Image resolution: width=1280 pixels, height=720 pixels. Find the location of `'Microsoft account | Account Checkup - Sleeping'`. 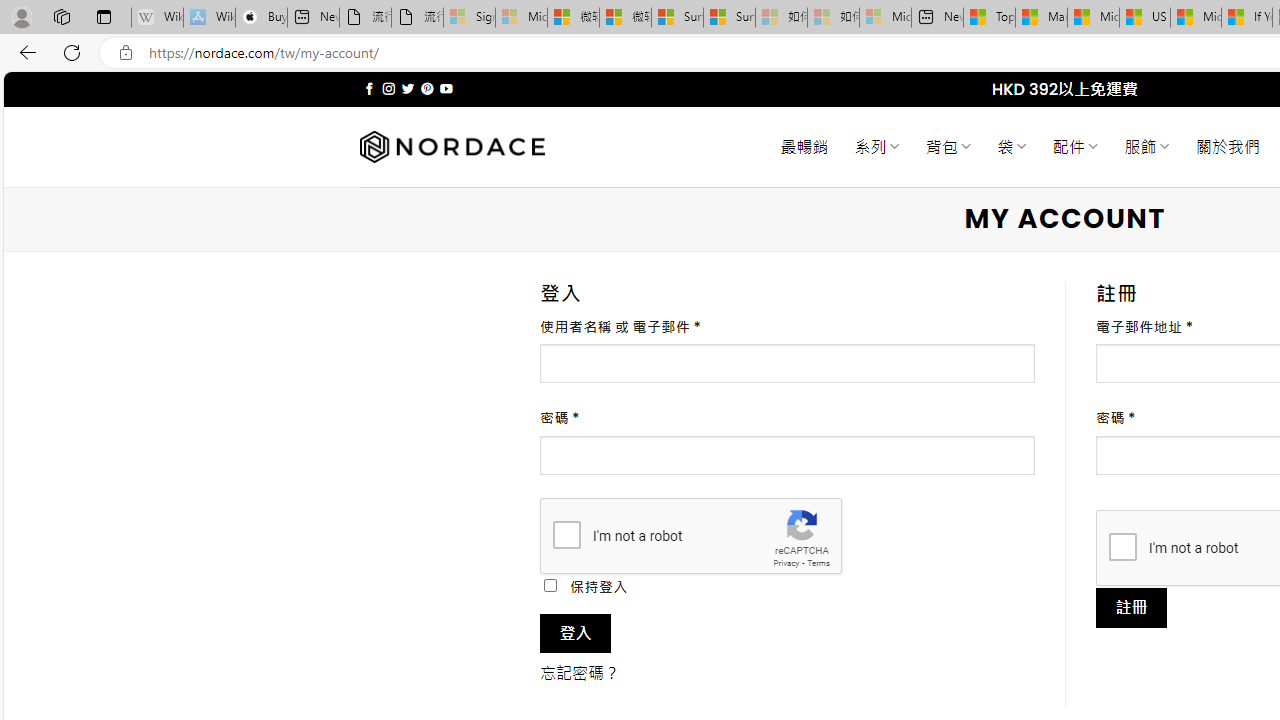

'Microsoft account | Account Checkup - Sleeping' is located at coordinates (884, 17).